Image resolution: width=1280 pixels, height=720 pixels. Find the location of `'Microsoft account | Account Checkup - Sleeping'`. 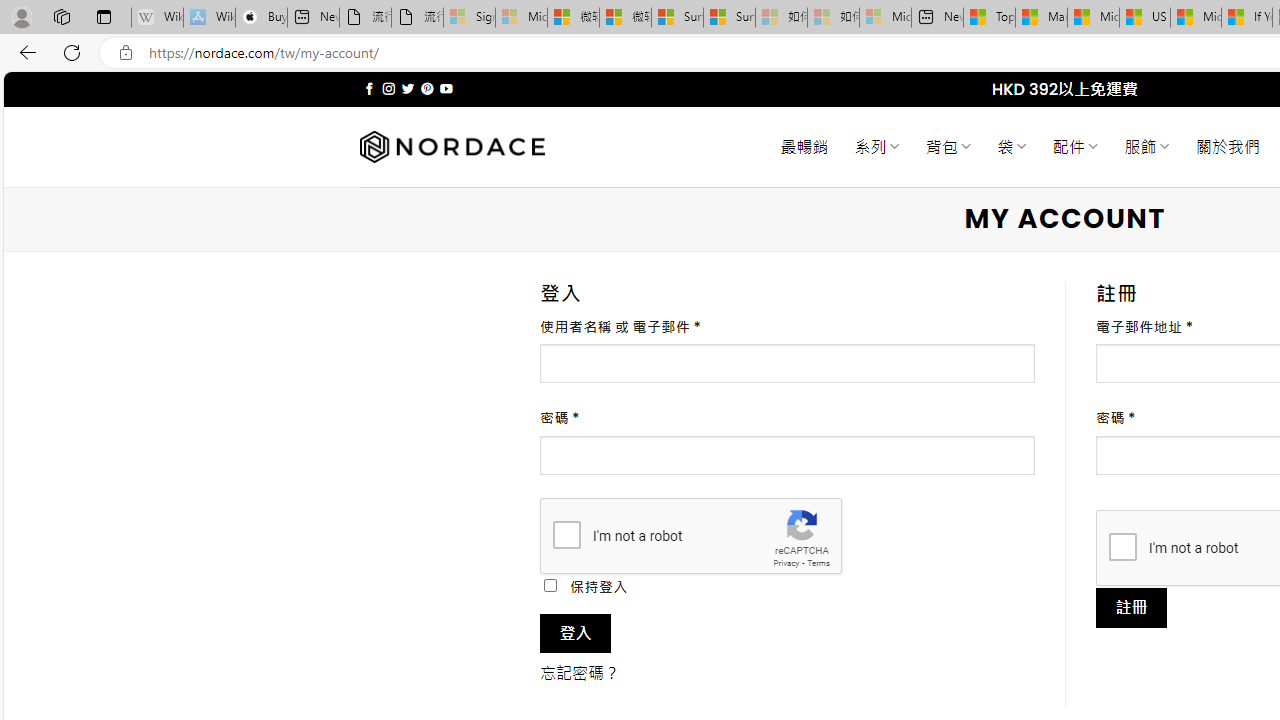

'Microsoft account | Account Checkup - Sleeping' is located at coordinates (884, 17).